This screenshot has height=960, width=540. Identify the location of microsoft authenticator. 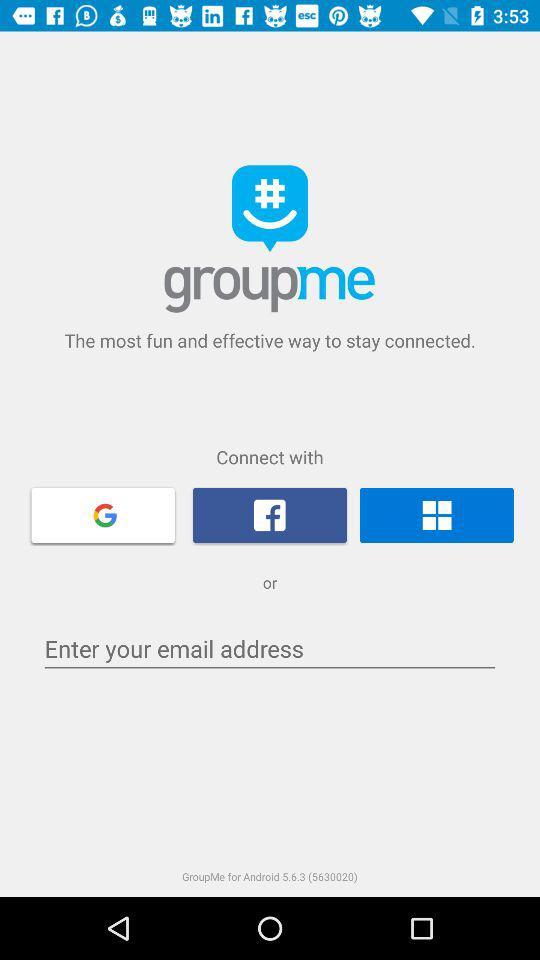
(435, 514).